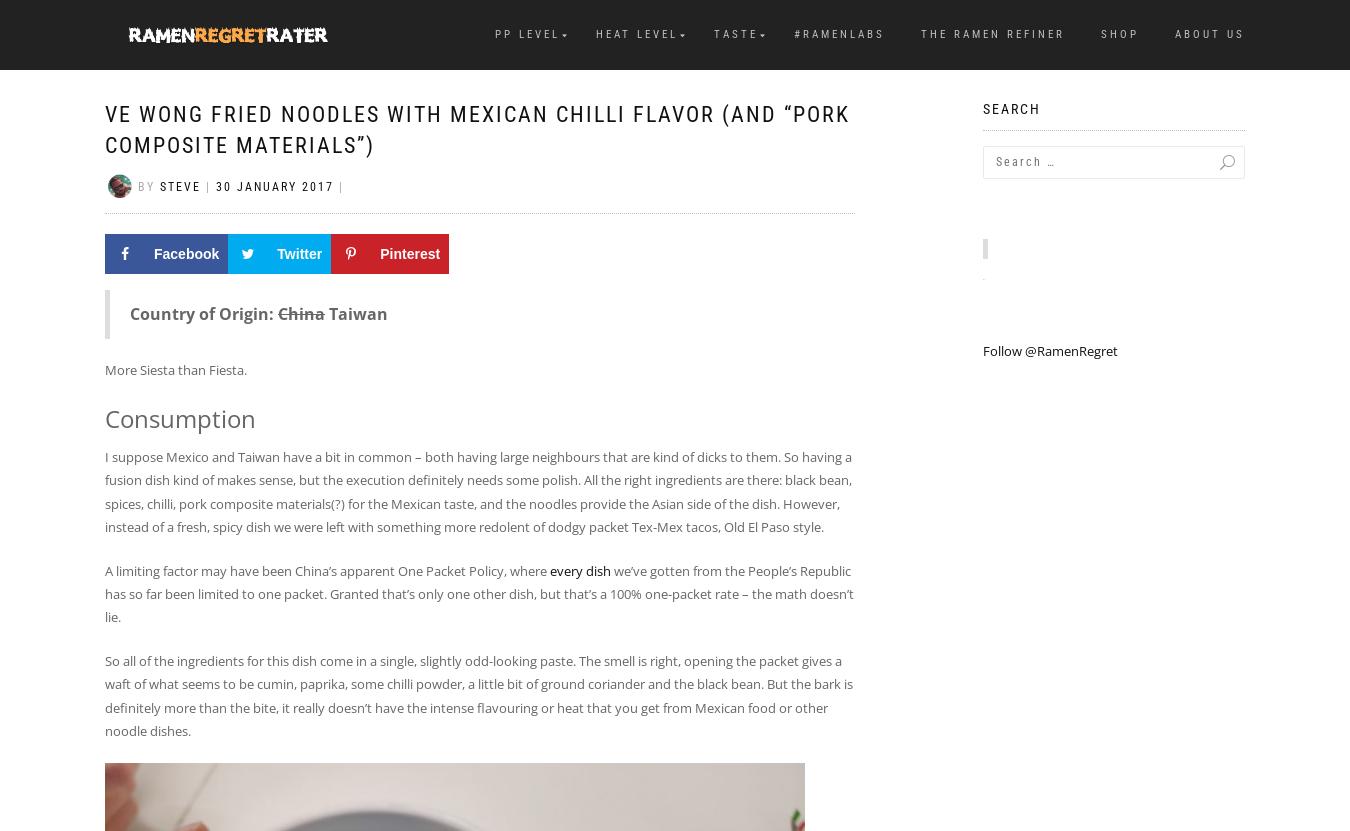  I want to click on 'A limiting factor may have been China’s apparent One Packet Policy, where', so click(104, 569).